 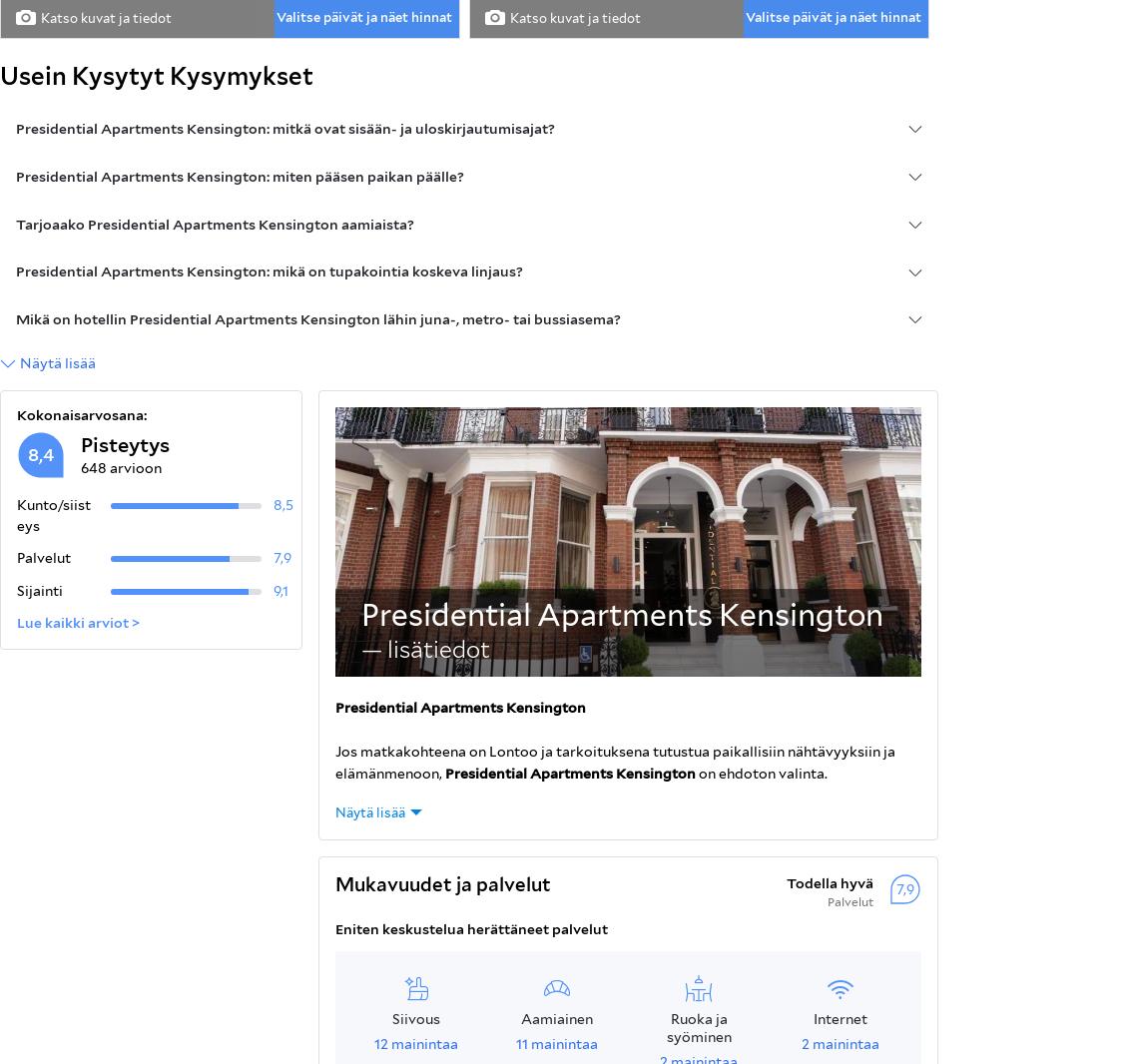 I want to click on '2 mainintaa', so click(x=802, y=1042).